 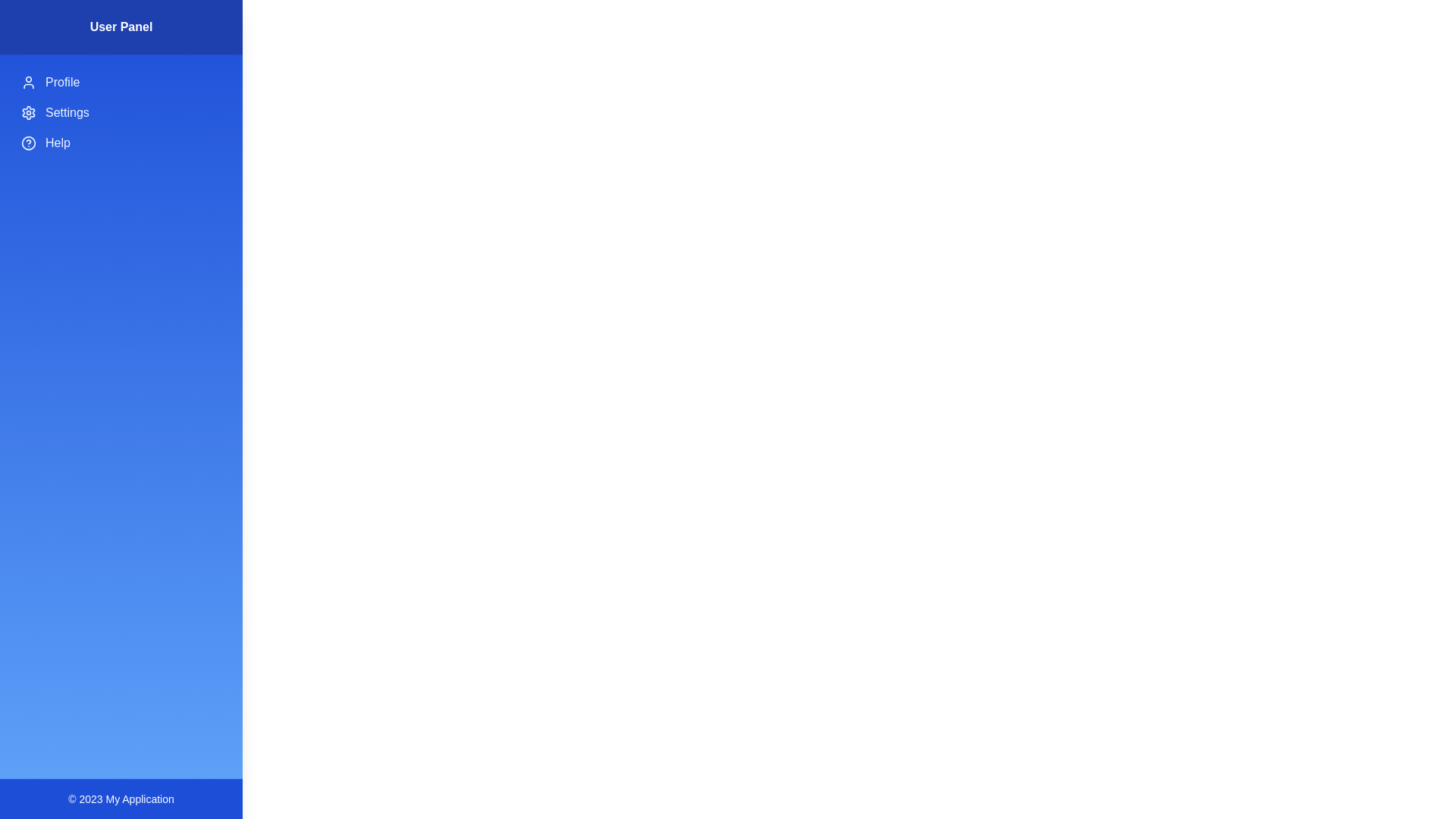 What do you see at coordinates (120, 82) in the screenshot?
I see `the 'Profile' menu item in the drawer` at bounding box center [120, 82].